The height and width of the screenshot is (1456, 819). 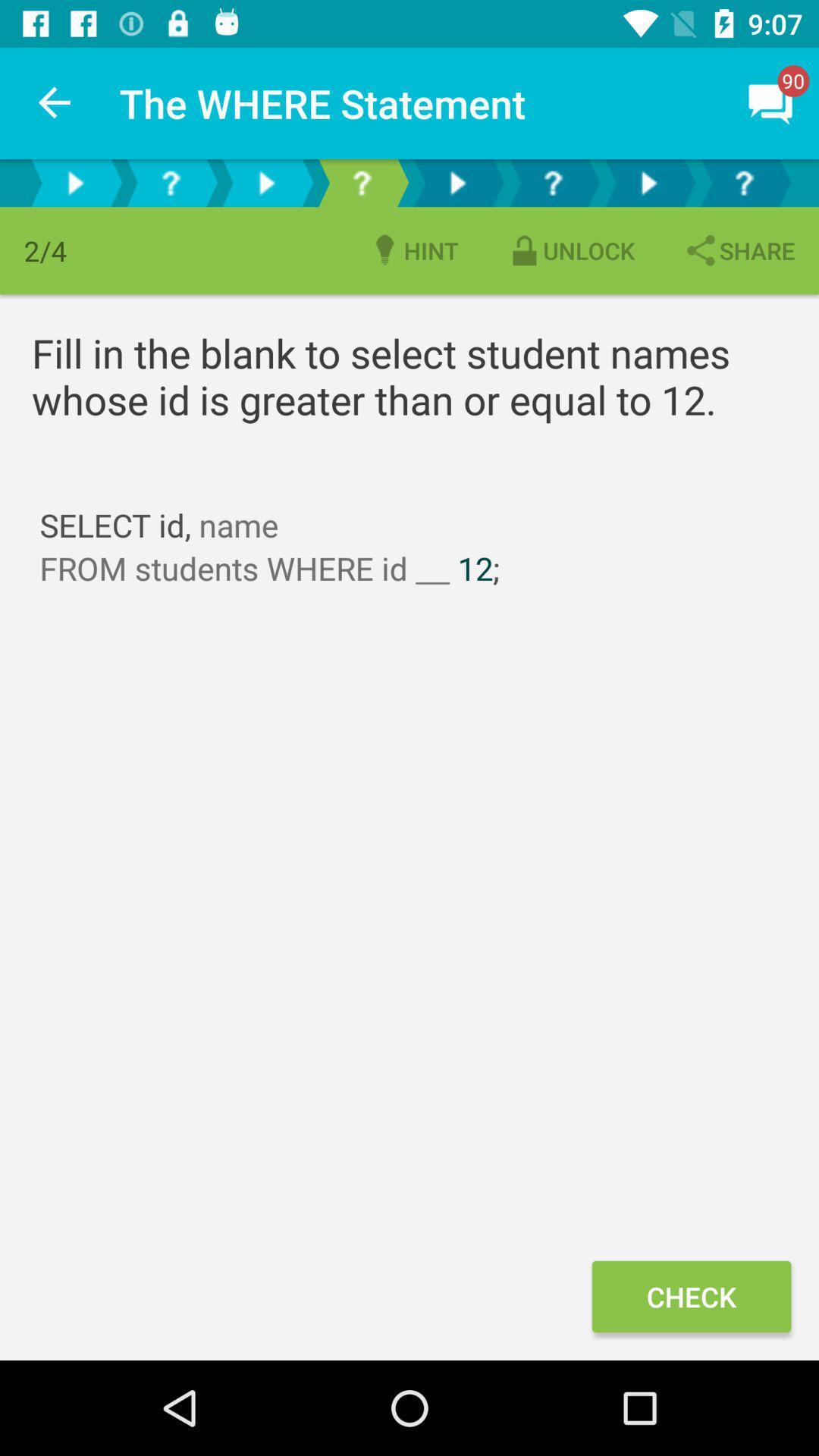 What do you see at coordinates (553, 182) in the screenshot?
I see `question` at bounding box center [553, 182].